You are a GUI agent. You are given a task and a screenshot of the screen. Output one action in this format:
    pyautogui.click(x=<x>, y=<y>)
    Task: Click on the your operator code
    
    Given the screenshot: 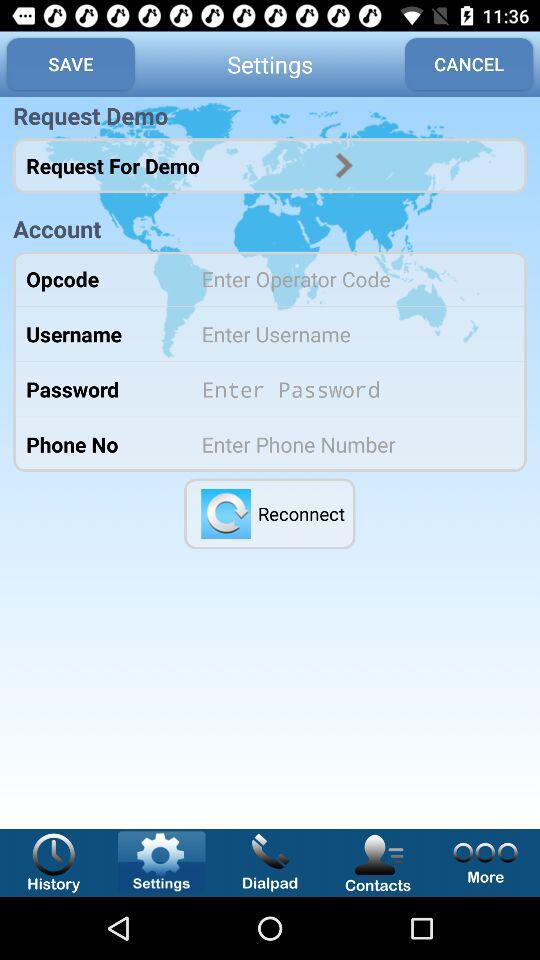 What is the action you would take?
    pyautogui.click(x=350, y=277)
    